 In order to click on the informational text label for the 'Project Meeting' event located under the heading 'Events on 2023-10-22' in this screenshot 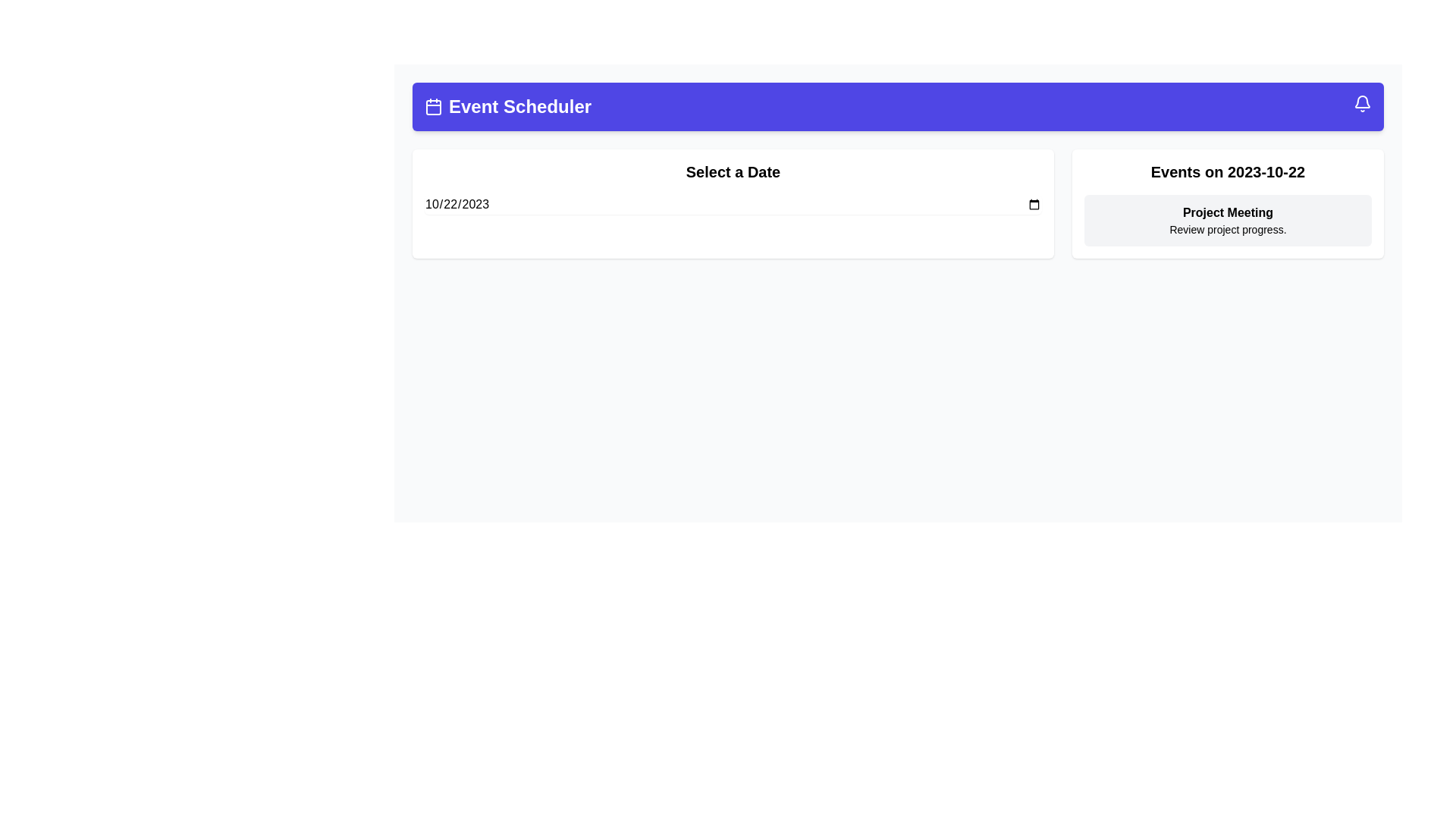, I will do `click(1228, 230)`.